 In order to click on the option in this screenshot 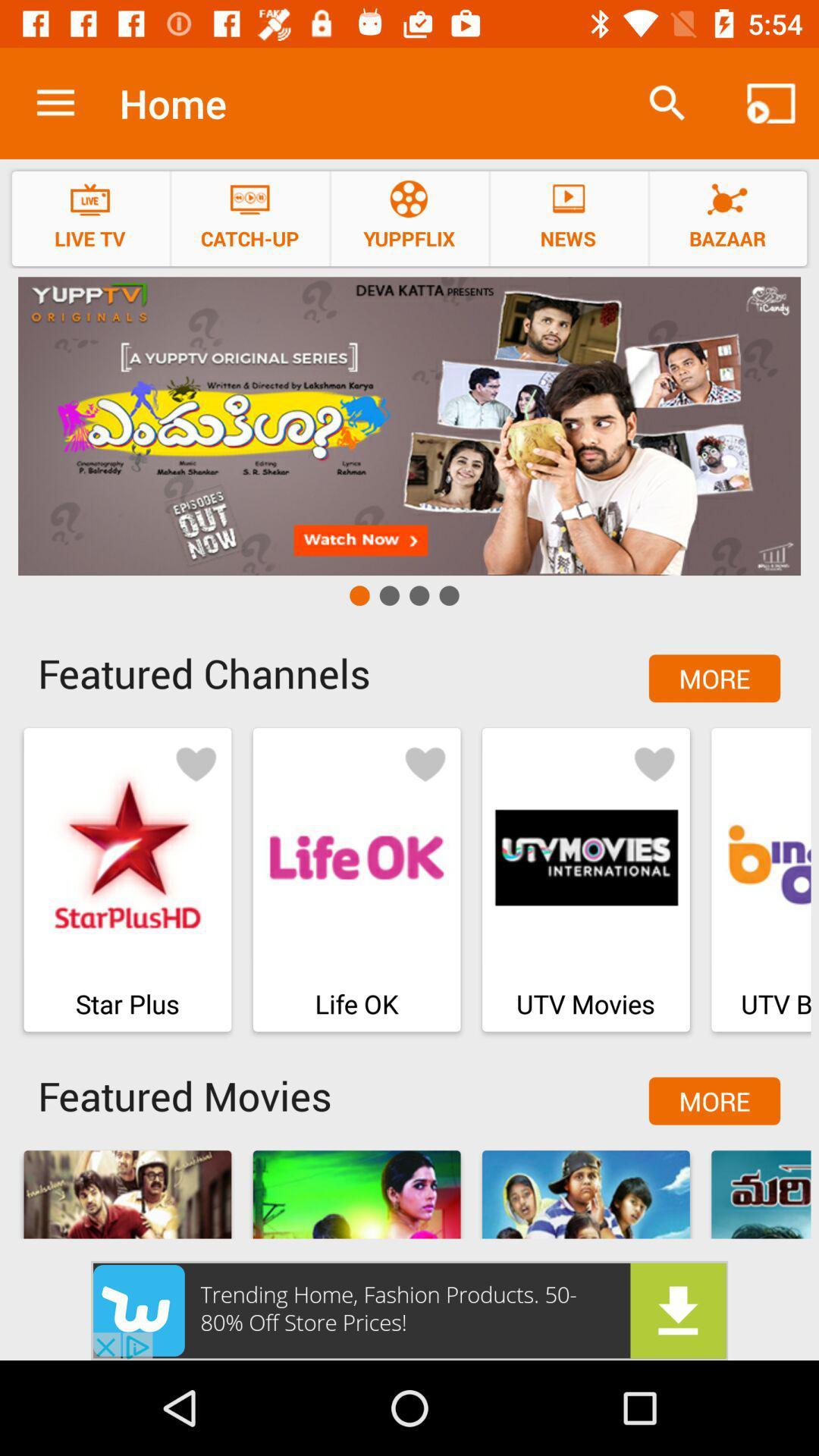, I will do `click(409, 1310)`.